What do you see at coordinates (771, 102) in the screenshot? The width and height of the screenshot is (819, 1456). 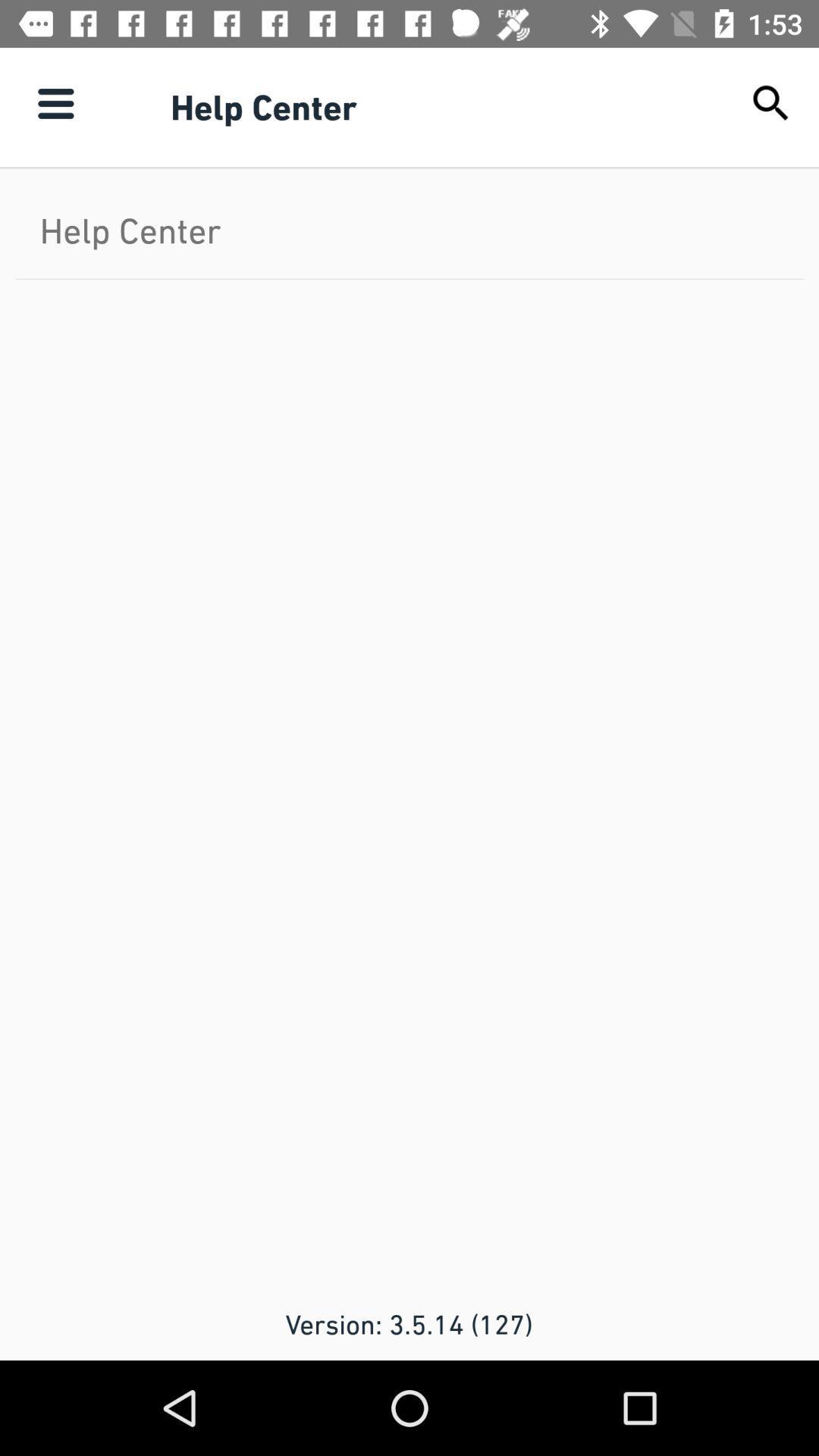 I see `item next to the help center icon` at bounding box center [771, 102].